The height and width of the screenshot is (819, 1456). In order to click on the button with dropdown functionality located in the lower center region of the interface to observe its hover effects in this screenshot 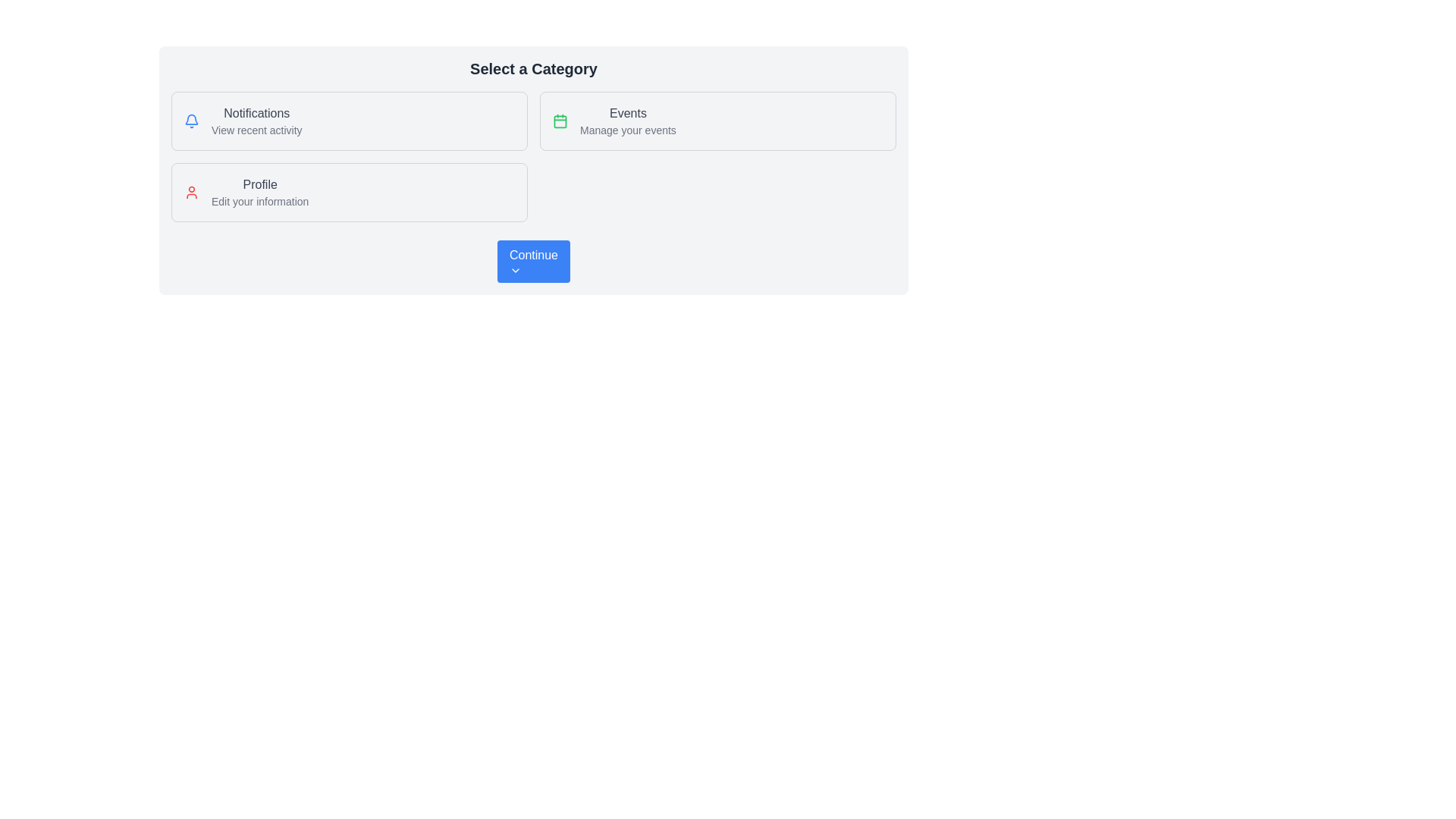, I will do `click(534, 260)`.